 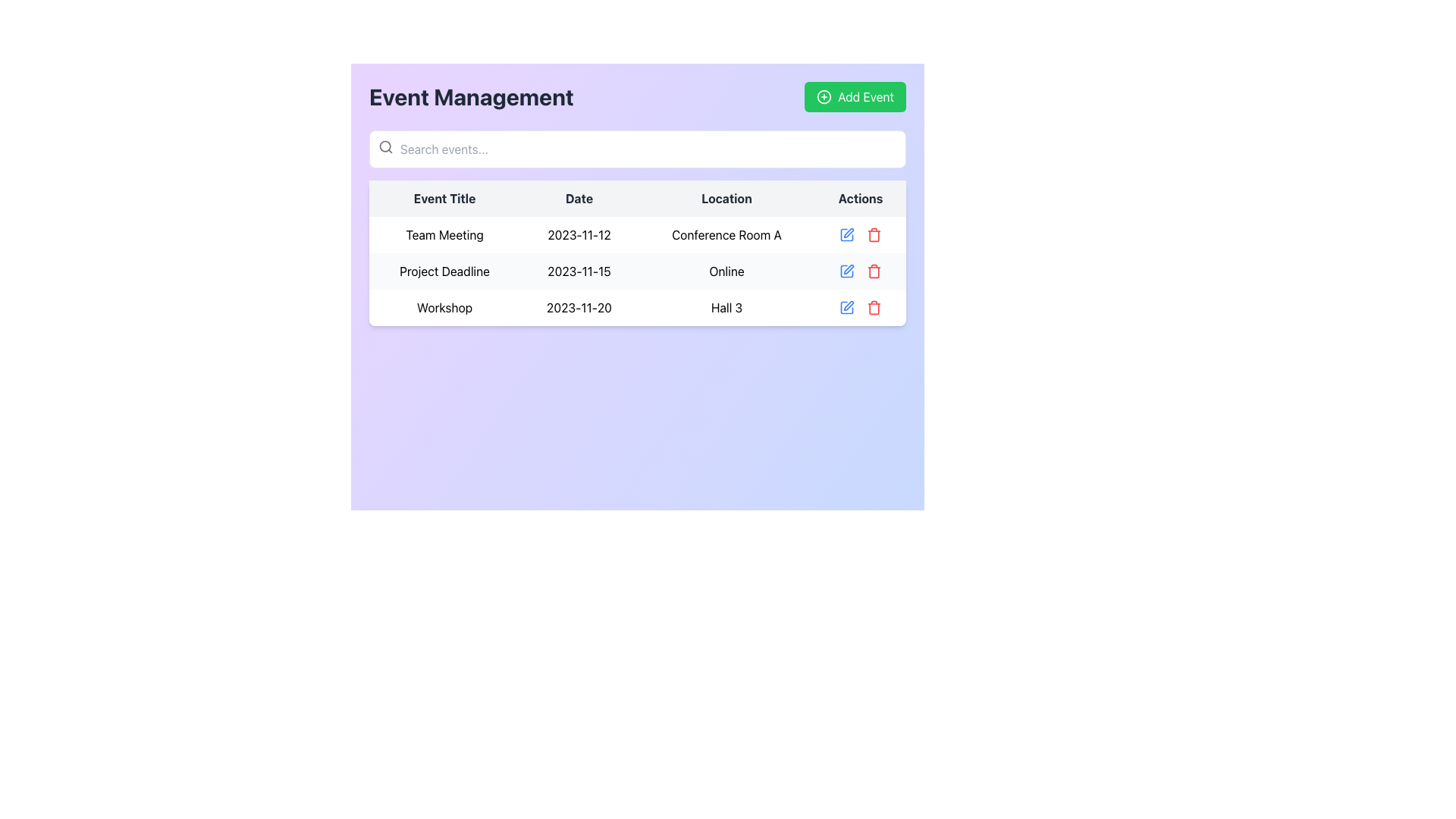 I want to click on the gray magnifying glass icon located at the left side of the search bar input area, so click(x=385, y=146).